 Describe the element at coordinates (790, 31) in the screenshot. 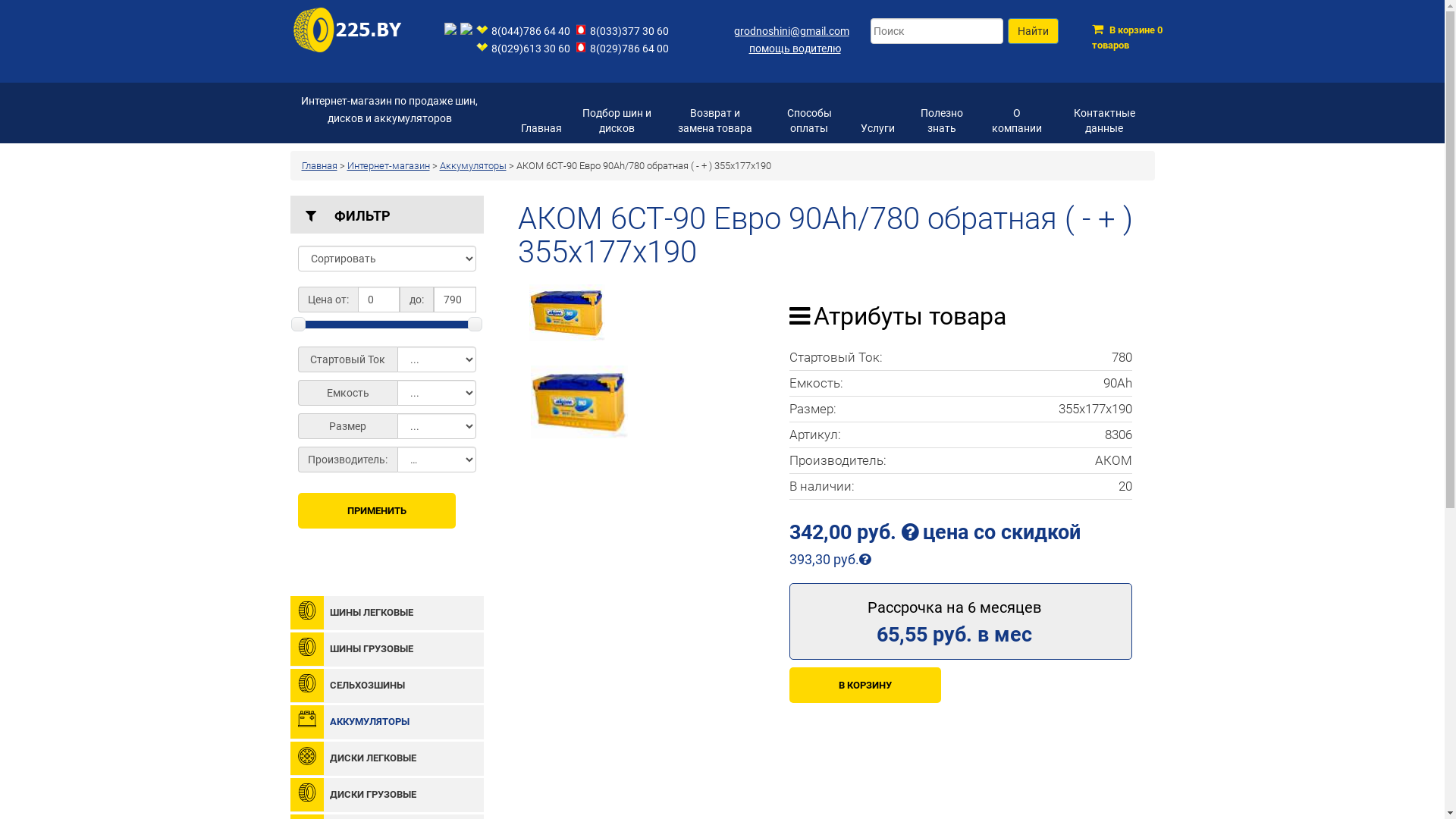

I see `'grodnoshini@gmail.com'` at that location.